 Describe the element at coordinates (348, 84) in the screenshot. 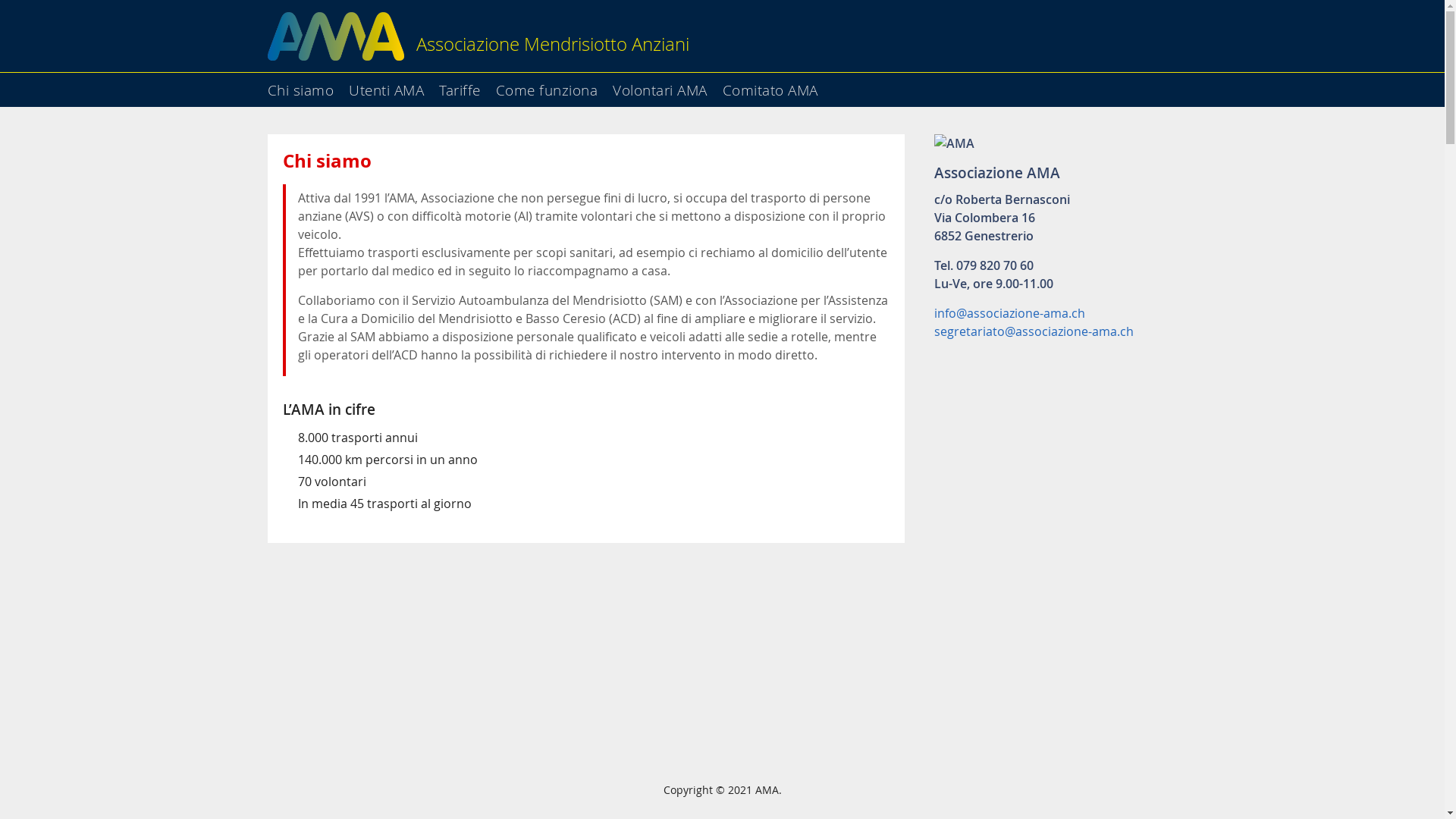

I see `'Utenti AMA'` at that location.